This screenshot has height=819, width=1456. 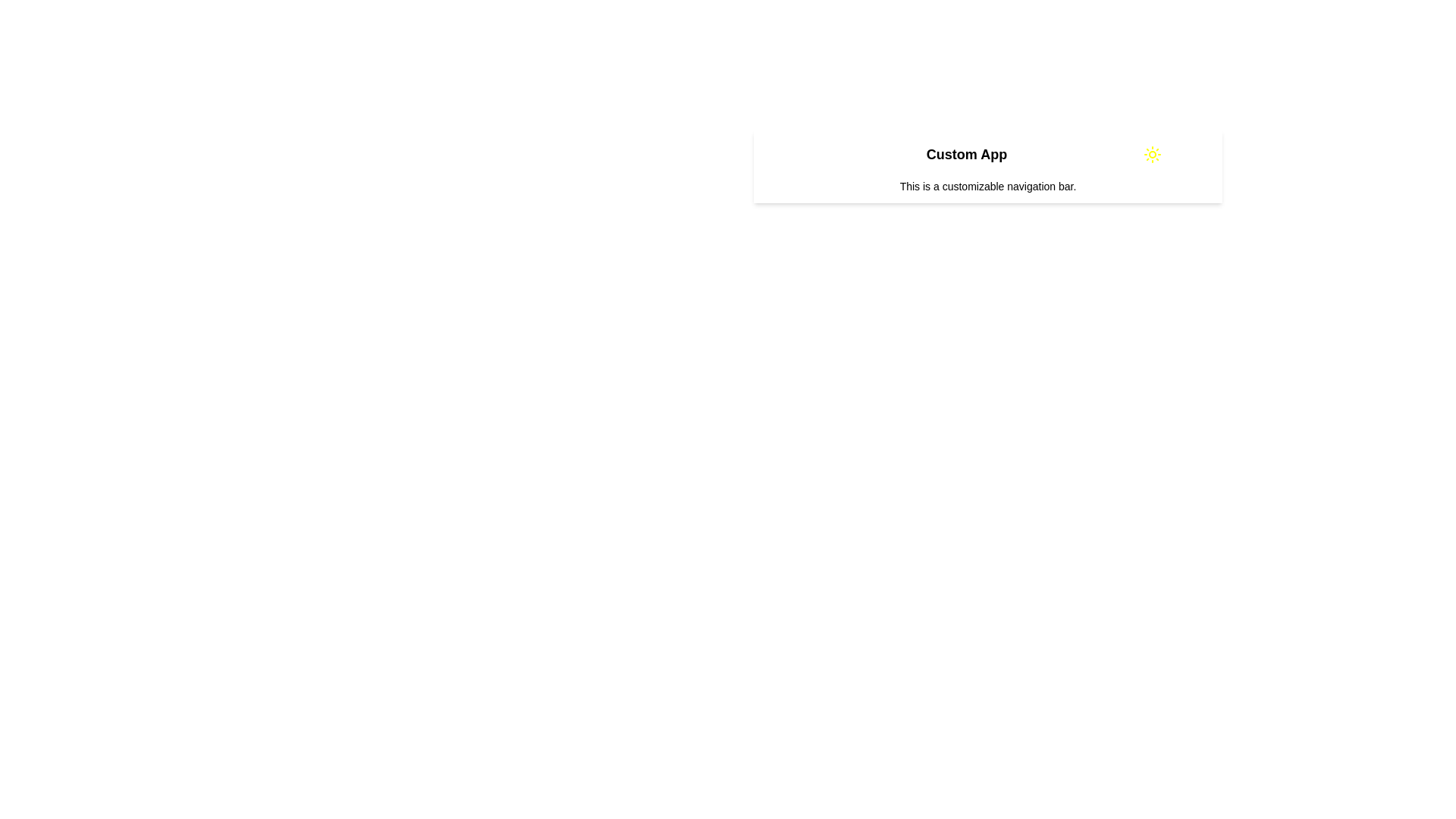 What do you see at coordinates (1194, 155) in the screenshot?
I see `the settings icon to access the settings` at bounding box center [1194, 155].